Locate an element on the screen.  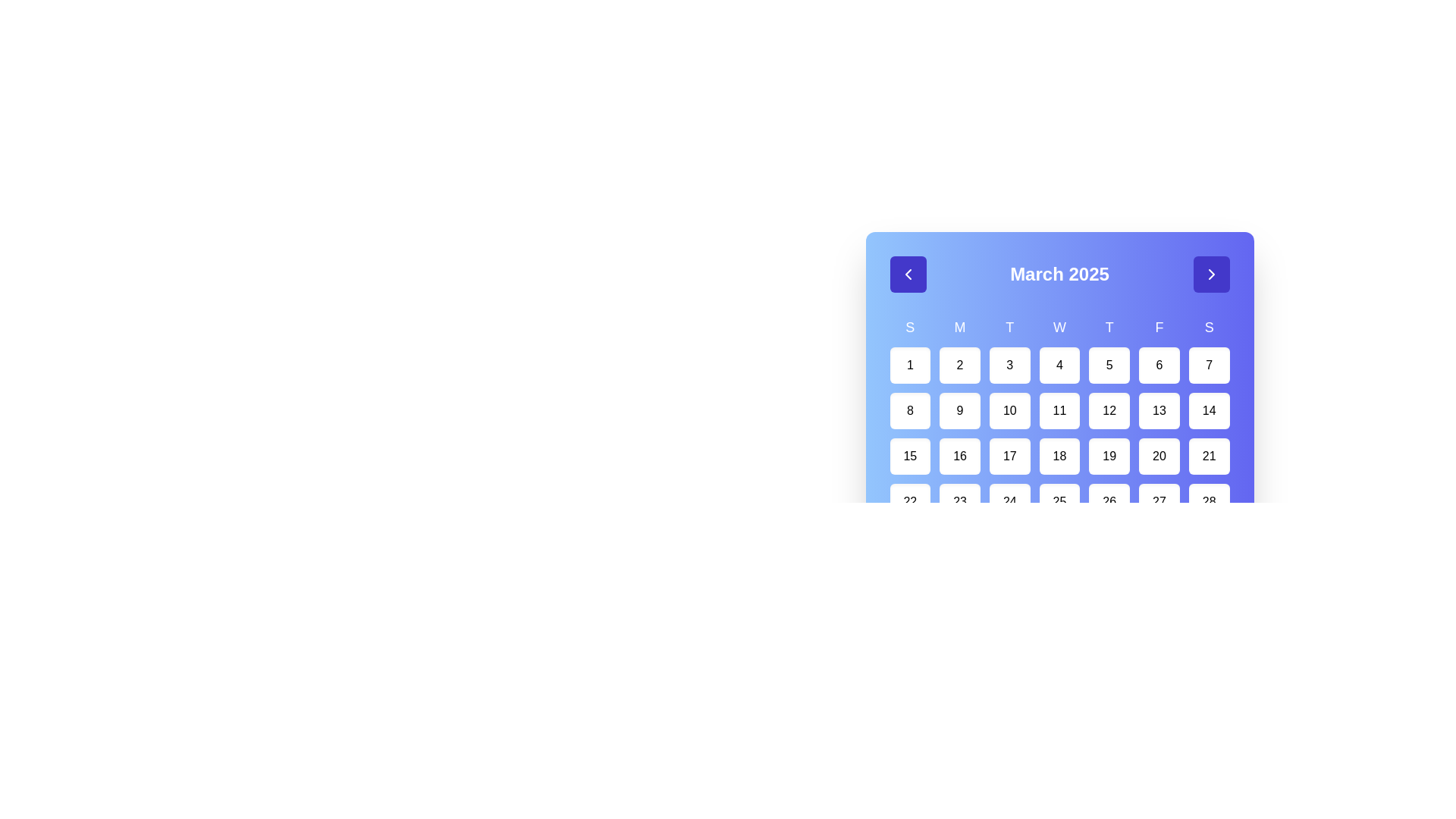
the square-shaped button with a white background displaying the number '18' in black font, located in the fifth row and fourth column of the calendar interface is located at coordinates (1059, 455).